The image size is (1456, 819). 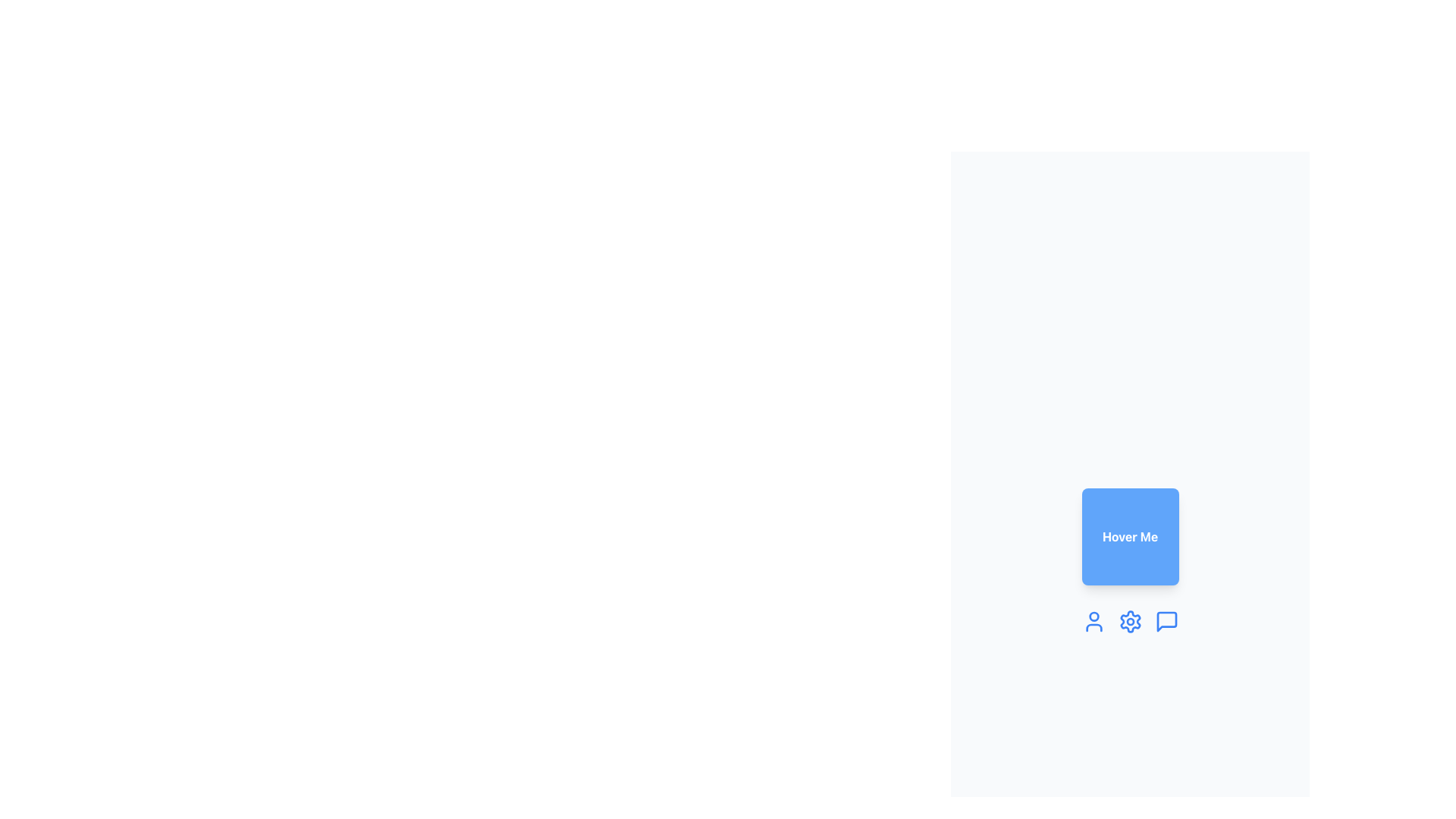 What do you see at coordinates (1130, 622) in the screenshot?
I see `the middle settings icon located below the 'Hover Me' button, which is part of a horizontal row of three blue icons` at bounding box center [1130, 622].